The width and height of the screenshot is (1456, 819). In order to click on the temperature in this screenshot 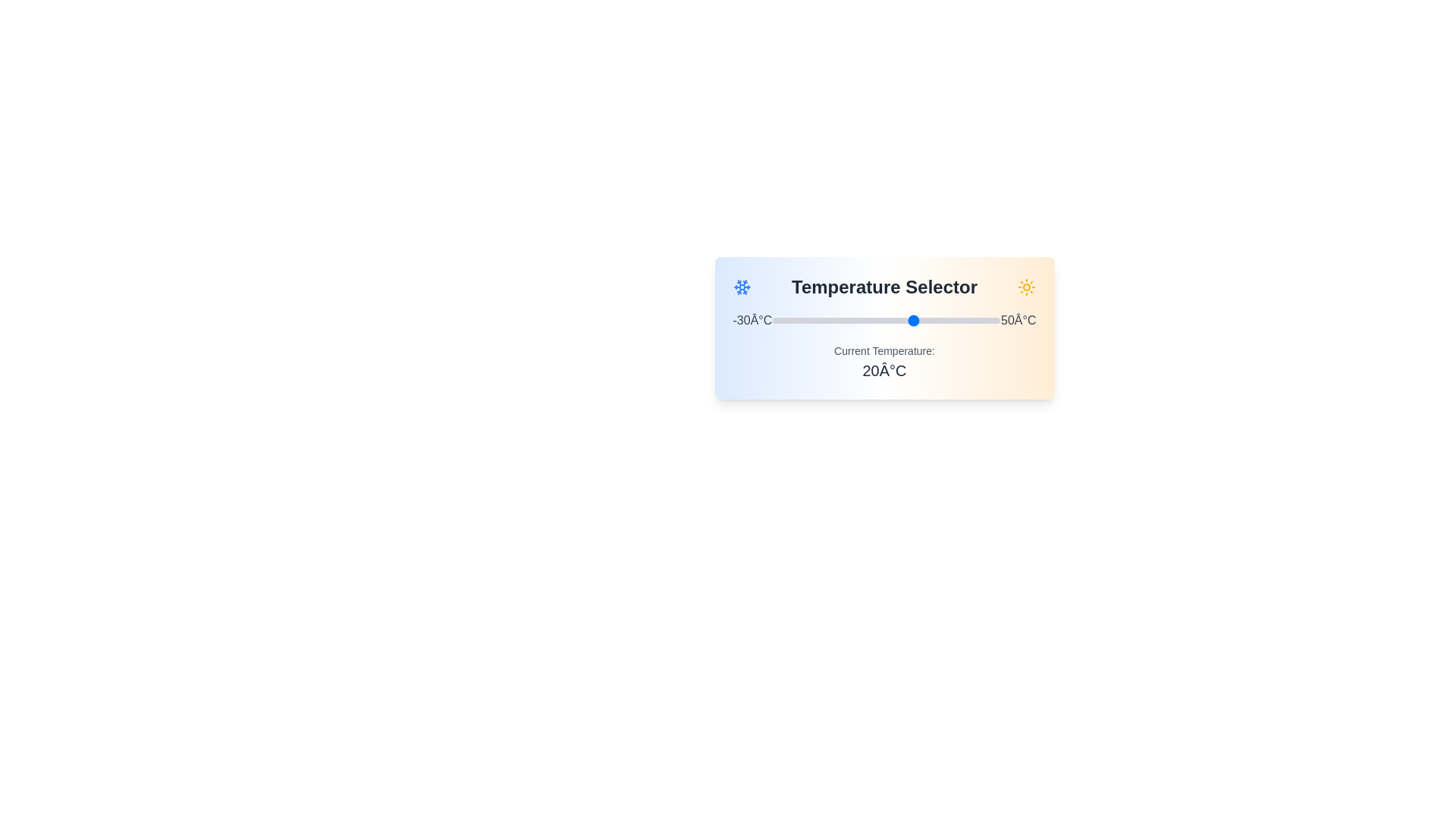, I will do `click(917, 320)`.